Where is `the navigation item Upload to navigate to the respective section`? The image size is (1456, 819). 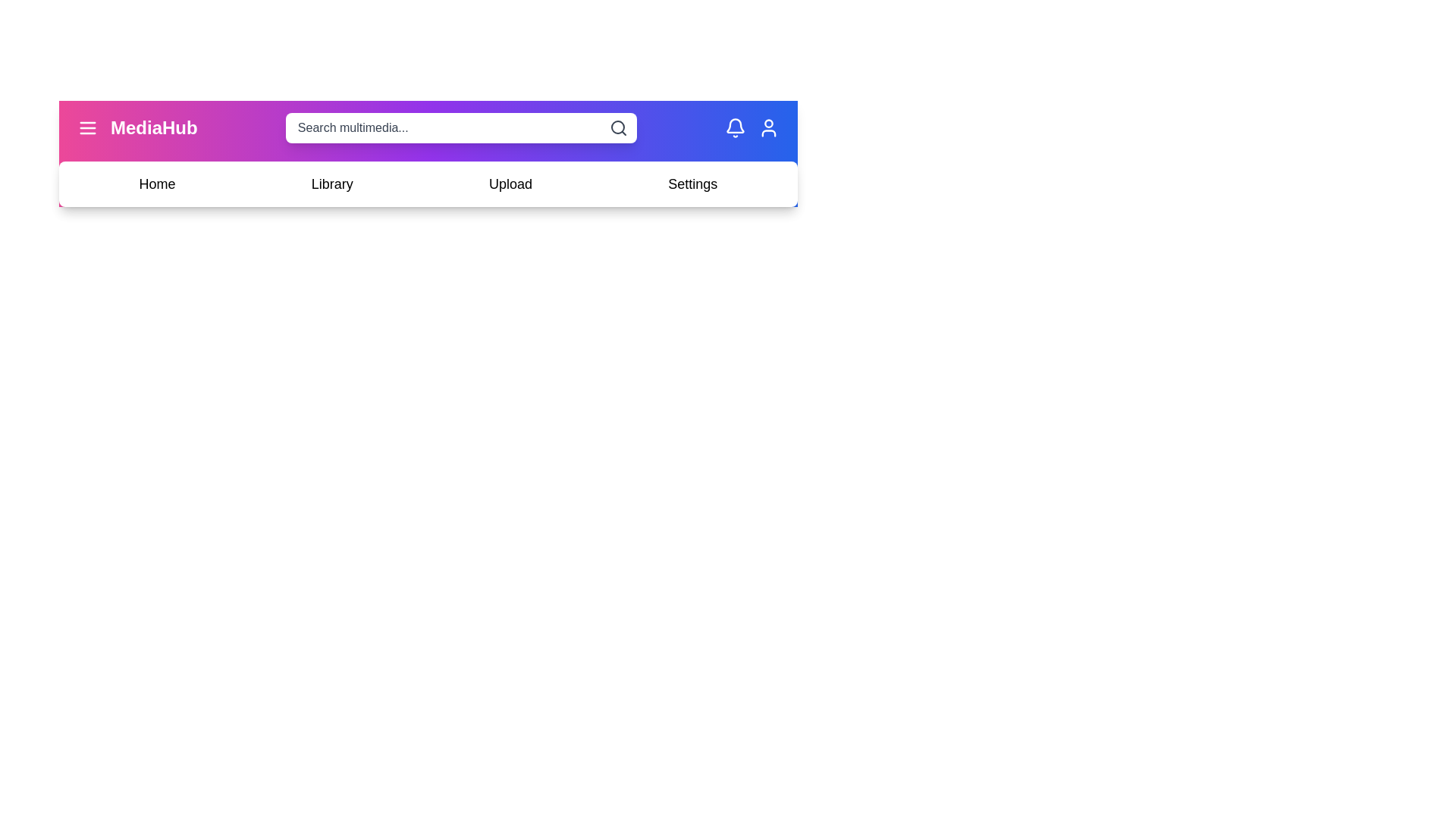 the navigation item Upload to navigate to the respective section is located at coordinates (510, 184).